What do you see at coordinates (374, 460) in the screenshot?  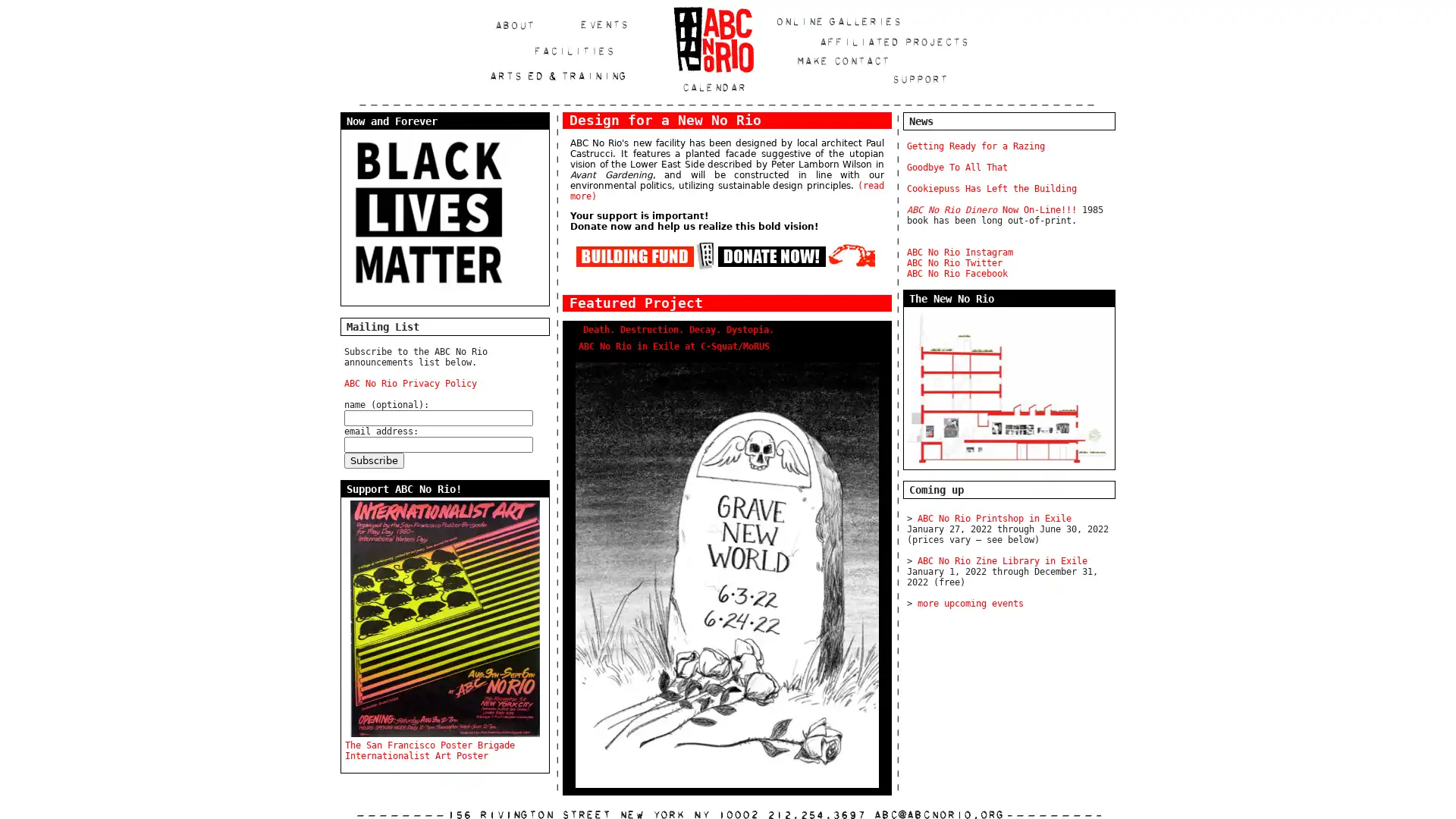 I see `Subscribe` at bounding box center [374, 460].